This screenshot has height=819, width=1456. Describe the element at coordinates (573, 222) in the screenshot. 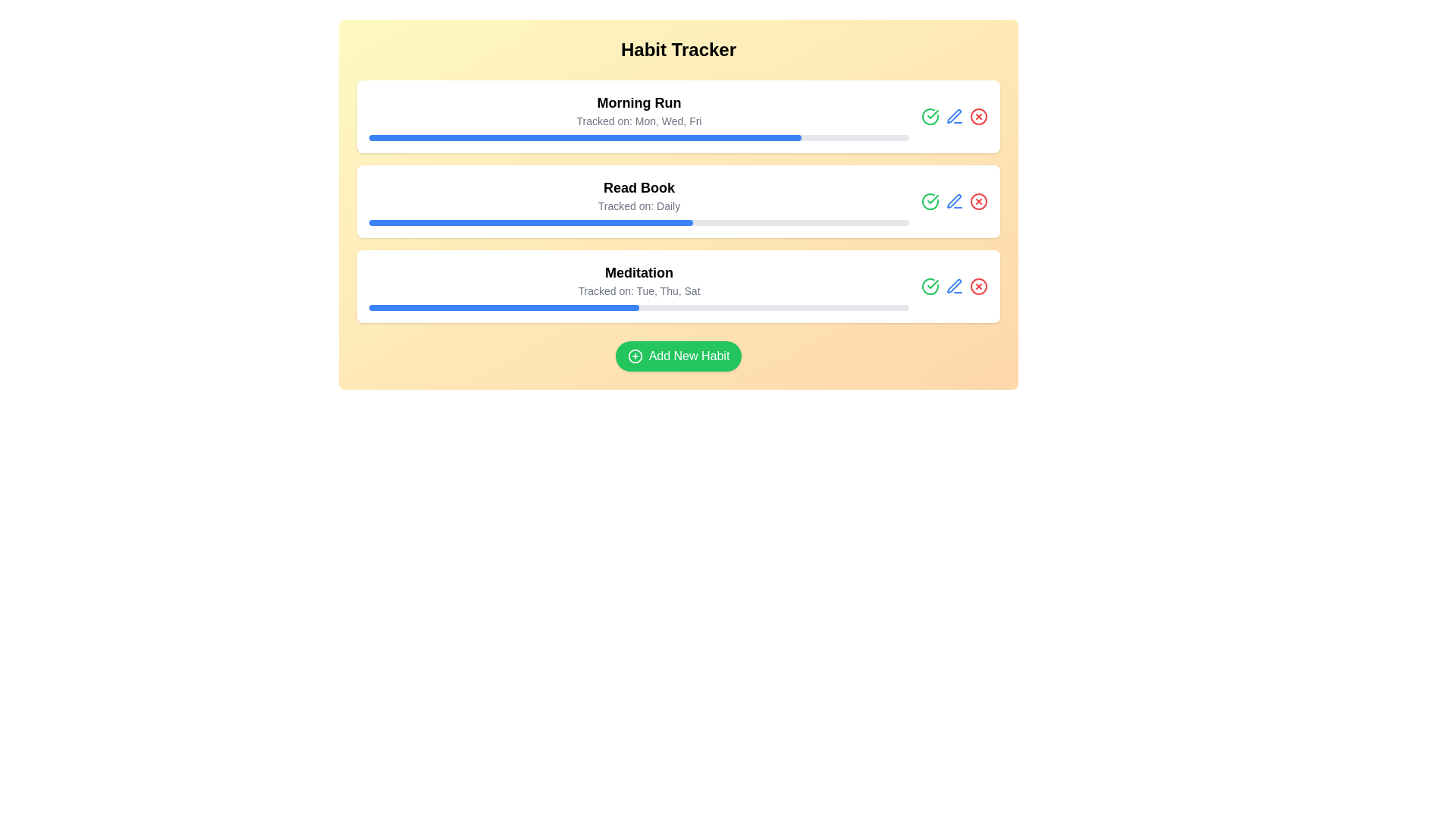

I see `the progress bar` at that location.